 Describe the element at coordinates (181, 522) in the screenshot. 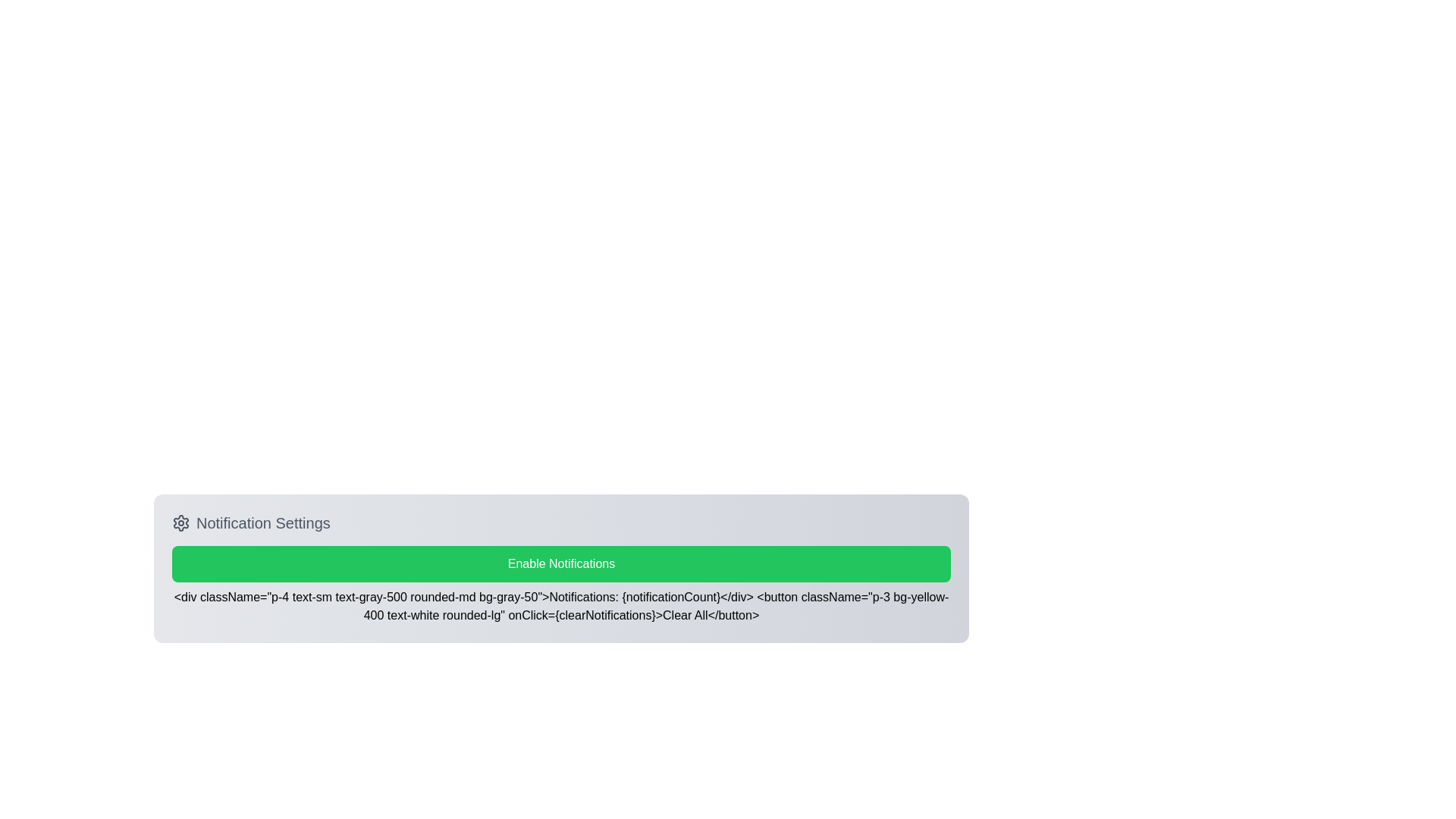

I see `the settings icon located to the left of the 'Notification Settings' text to view the context menu` at that location.